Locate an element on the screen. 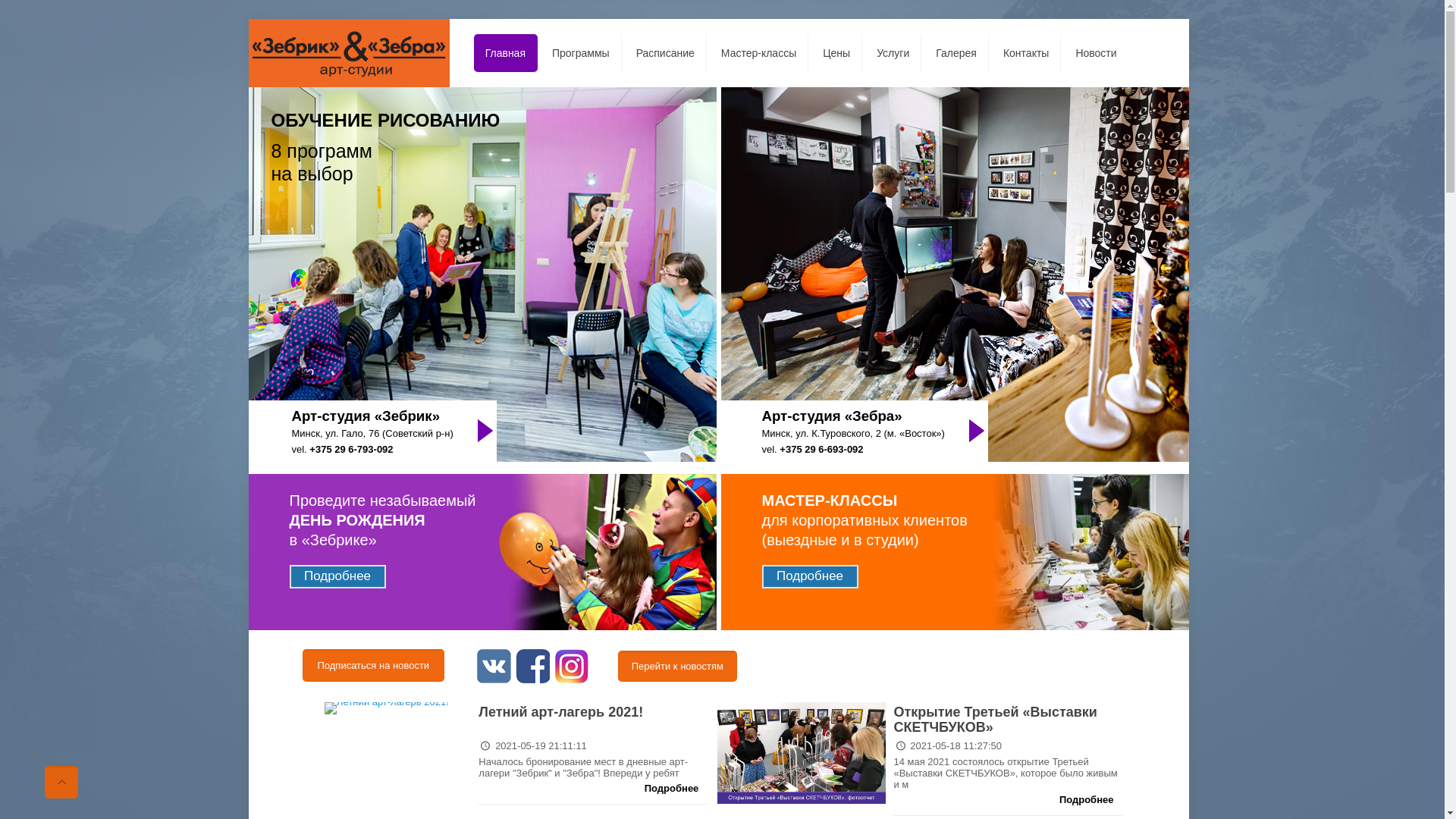  '+375 29 6-693-092' is located at coordinates (821, 448).